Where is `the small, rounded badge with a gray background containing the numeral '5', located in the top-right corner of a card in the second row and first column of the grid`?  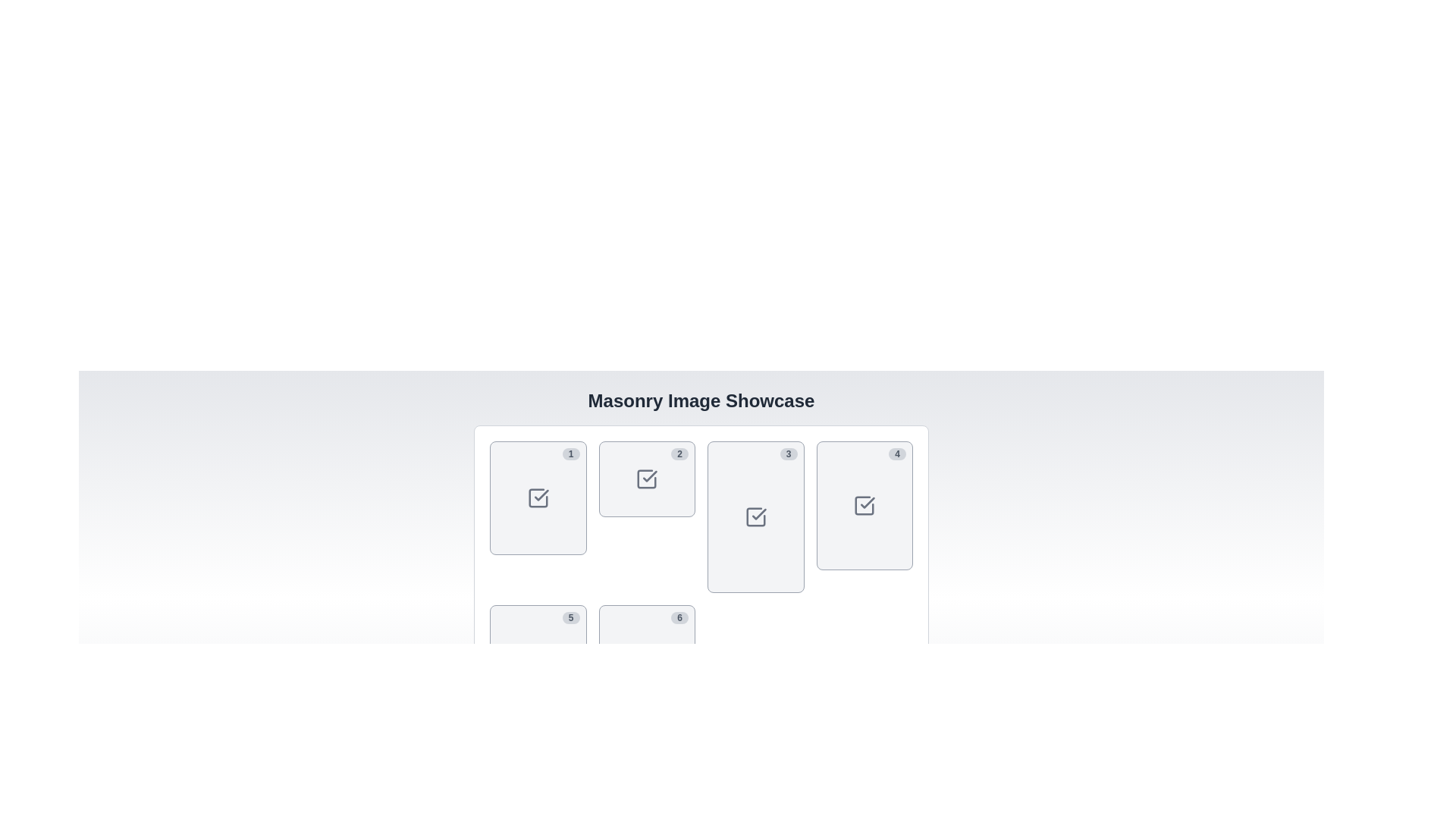 the small, rounded badge with a gray background containing the numeral '5', located in the top-right corner of a card in the second row and first column of the grid is located at coordinates (570, 617).